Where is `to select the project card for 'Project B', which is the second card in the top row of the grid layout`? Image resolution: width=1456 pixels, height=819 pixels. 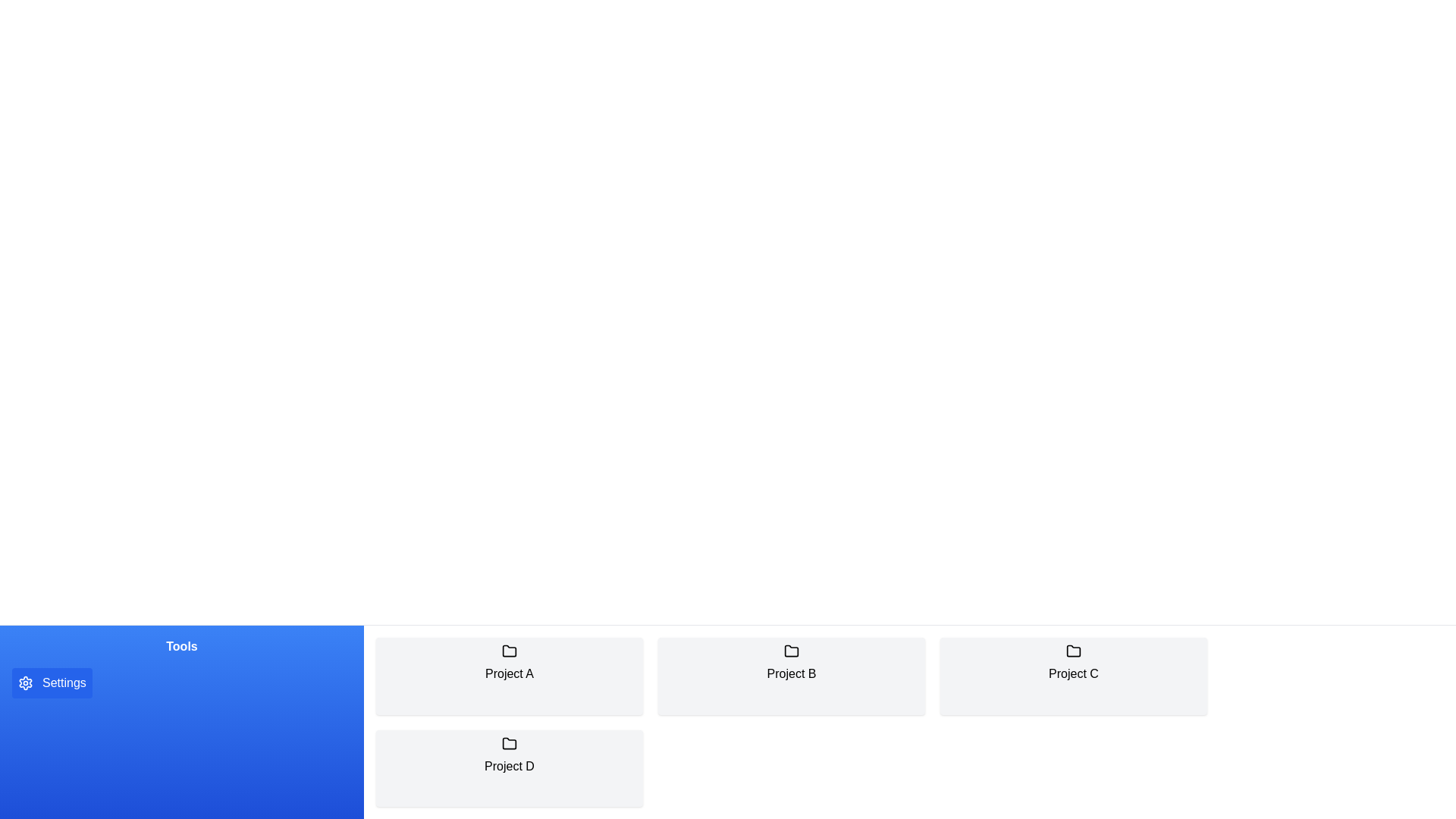
to select the project card for 'Project B', which is the second card in the top row of the grid layout is located at coordinates (790, 675).